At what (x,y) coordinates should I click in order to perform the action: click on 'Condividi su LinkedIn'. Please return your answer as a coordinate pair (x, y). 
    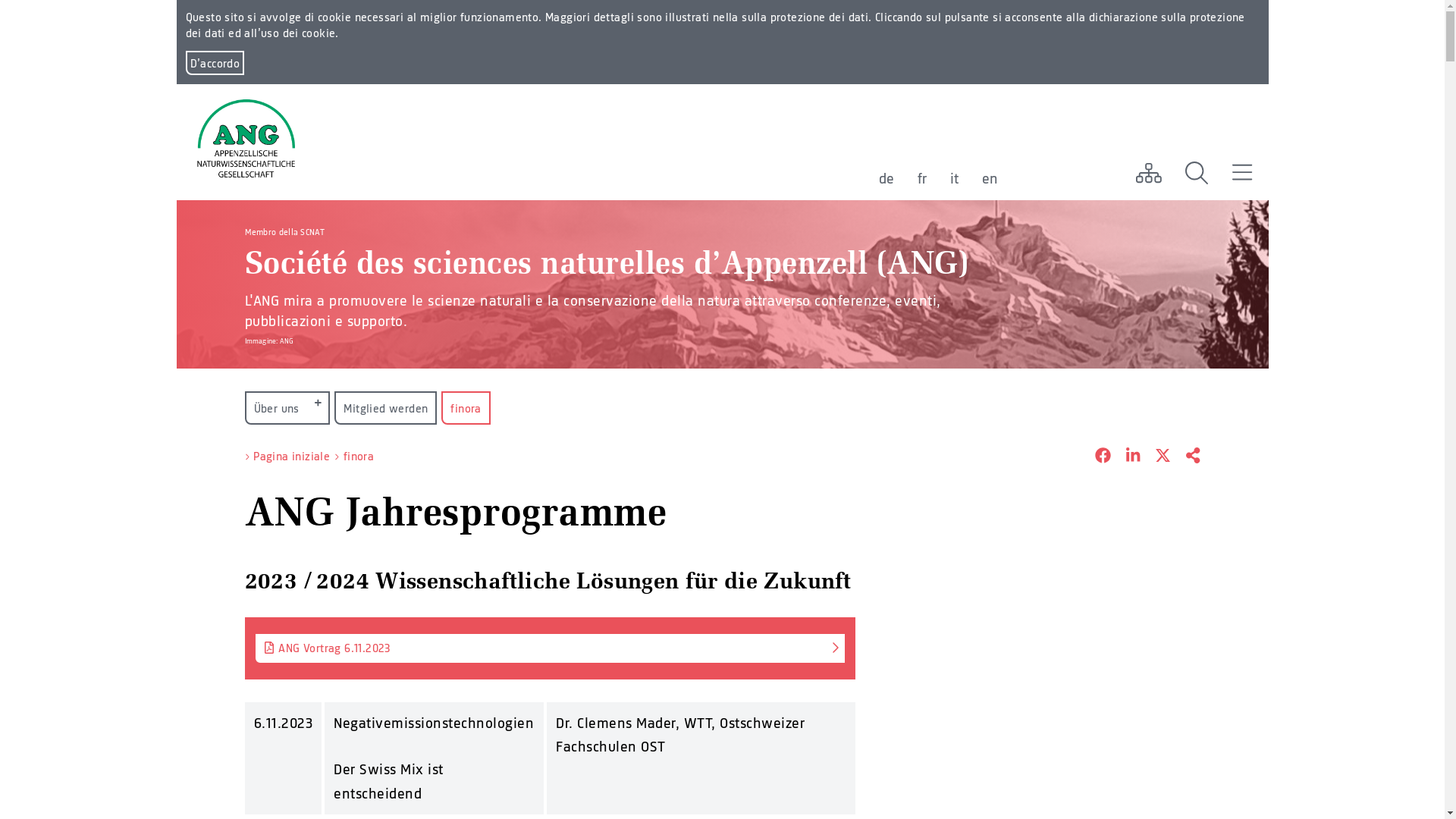
    Looking at the image, I should click on (1125, 456).